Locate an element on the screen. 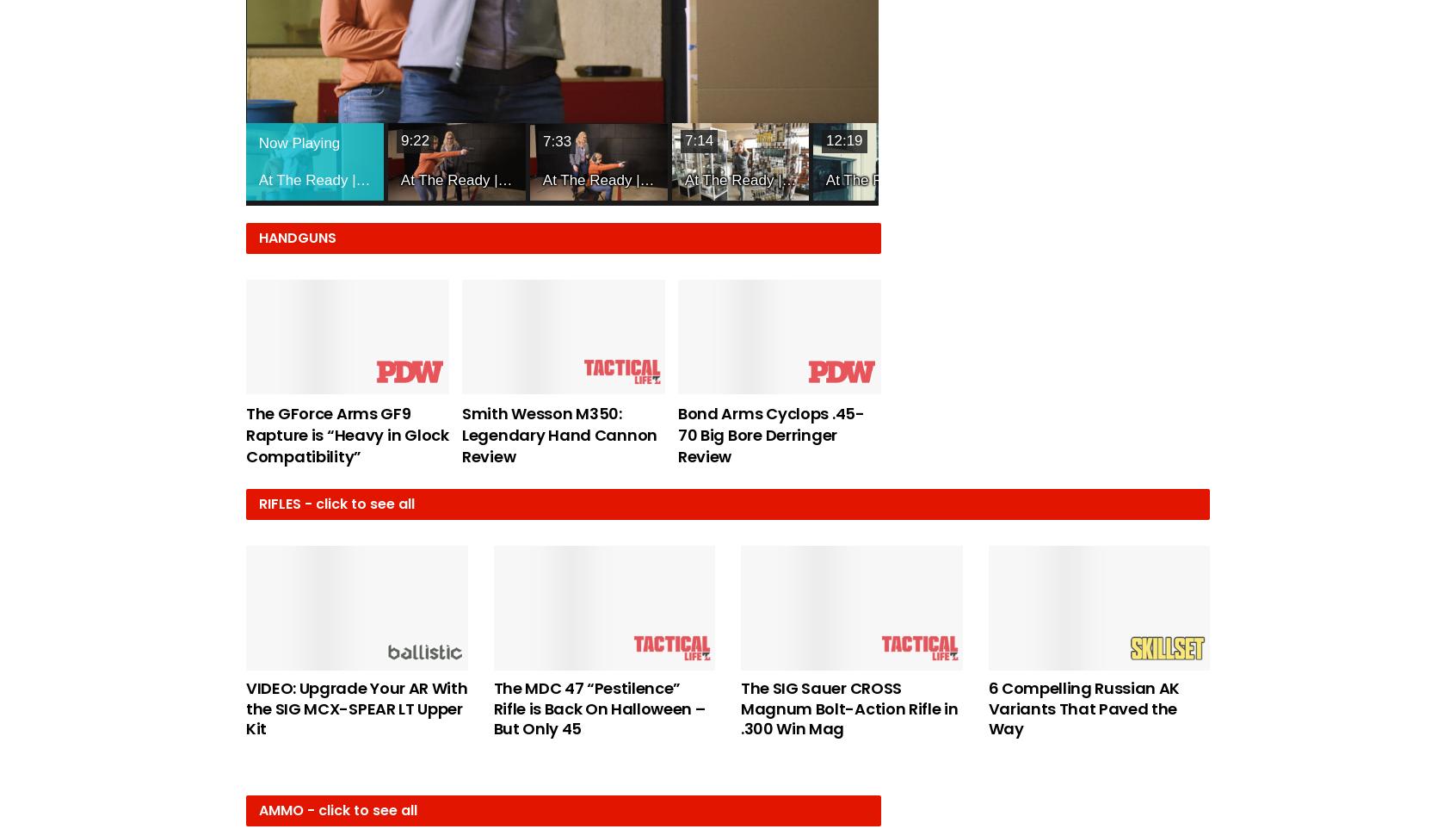 This screenshot has height=829, width=1456. '6 Compelling Russian AK Variants That Paved the Way' is located at coordinates (1083, 707).